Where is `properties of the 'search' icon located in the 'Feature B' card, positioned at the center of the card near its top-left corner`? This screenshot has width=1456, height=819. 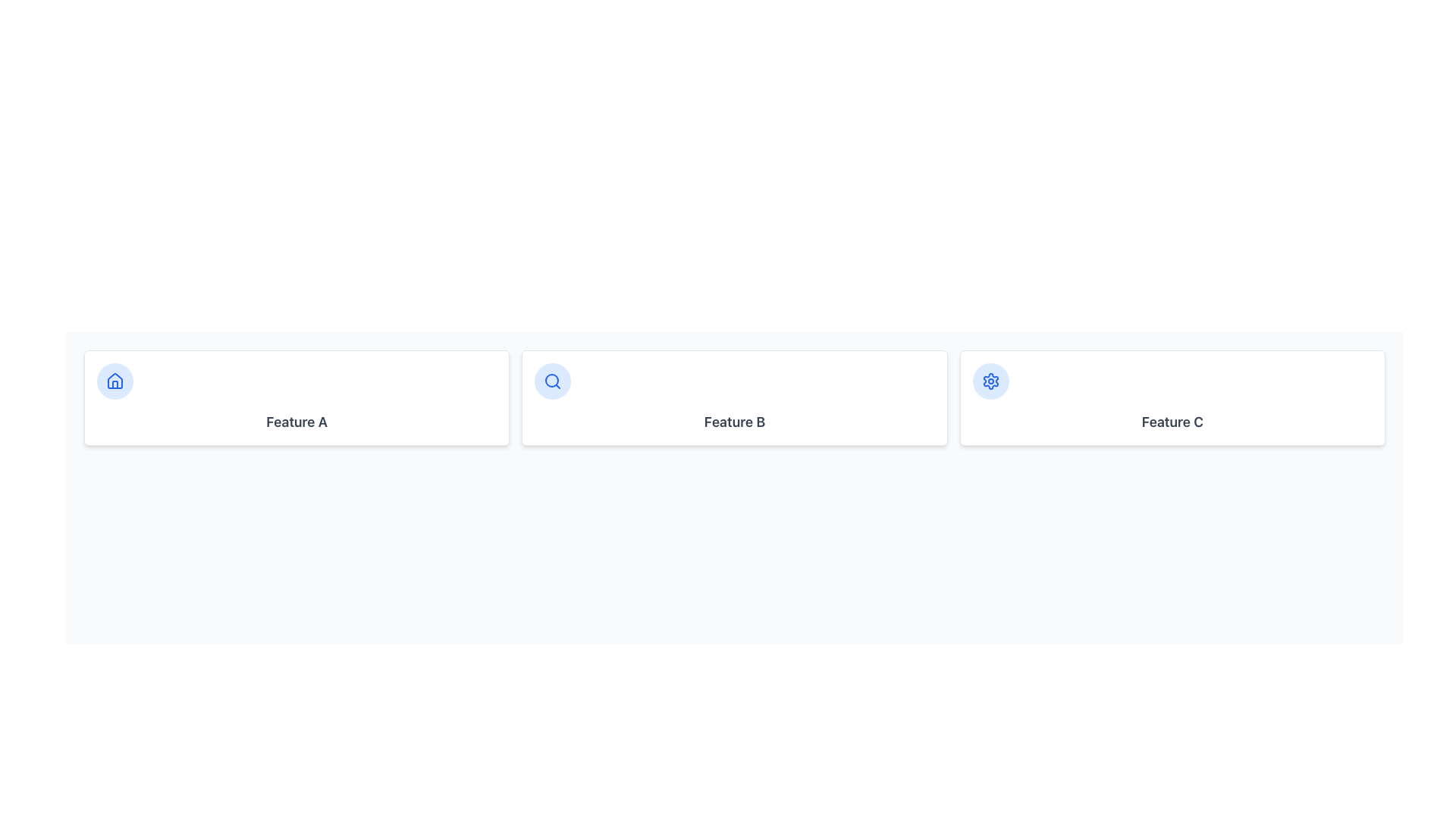
properties of the 'search' icon located in the 'Feature B' card, positioned at the center of the card near its top-left corner is located at coordinates (551, 379).